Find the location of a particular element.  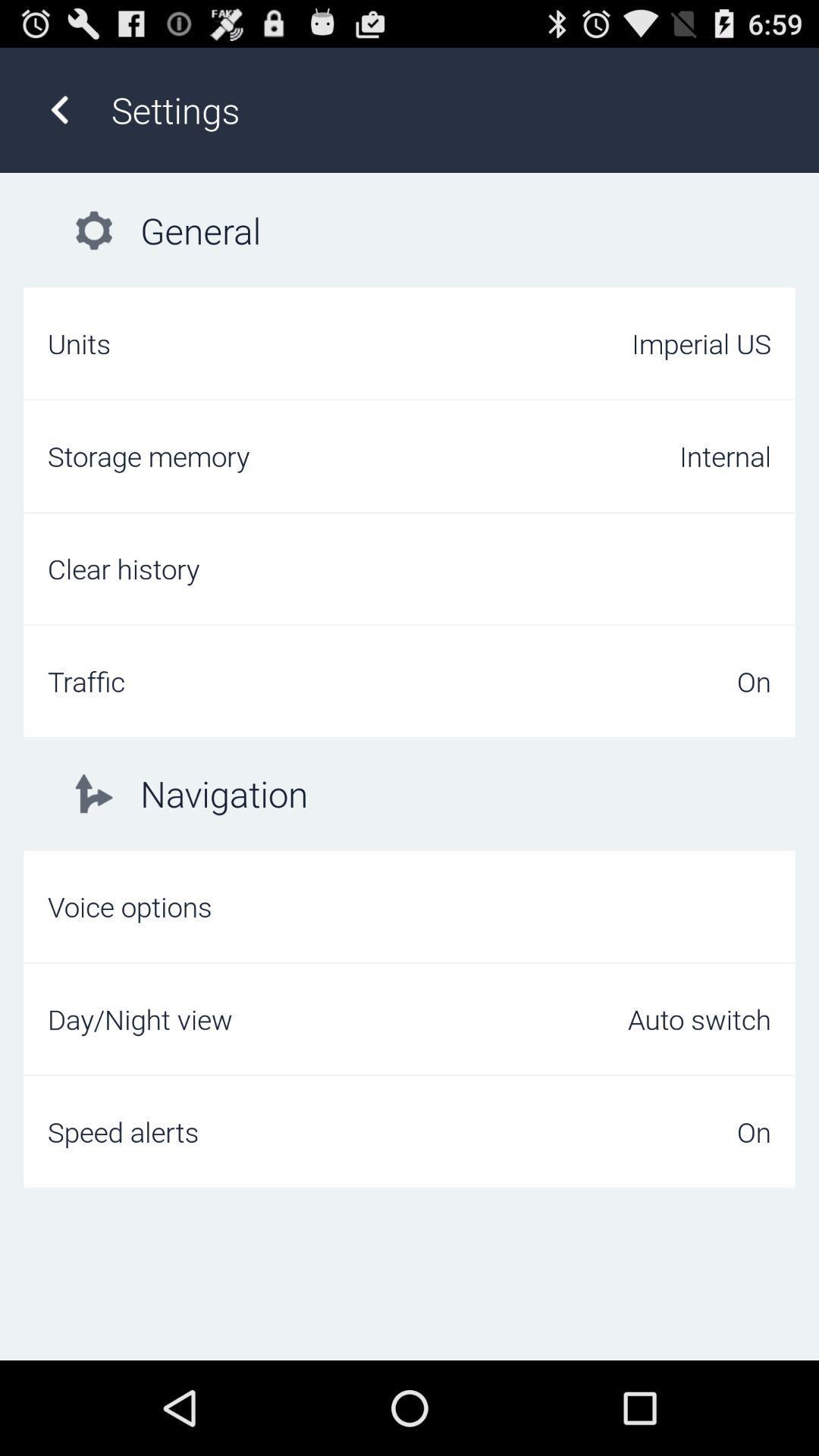

the settings icon is located at coordinates (448, 109).